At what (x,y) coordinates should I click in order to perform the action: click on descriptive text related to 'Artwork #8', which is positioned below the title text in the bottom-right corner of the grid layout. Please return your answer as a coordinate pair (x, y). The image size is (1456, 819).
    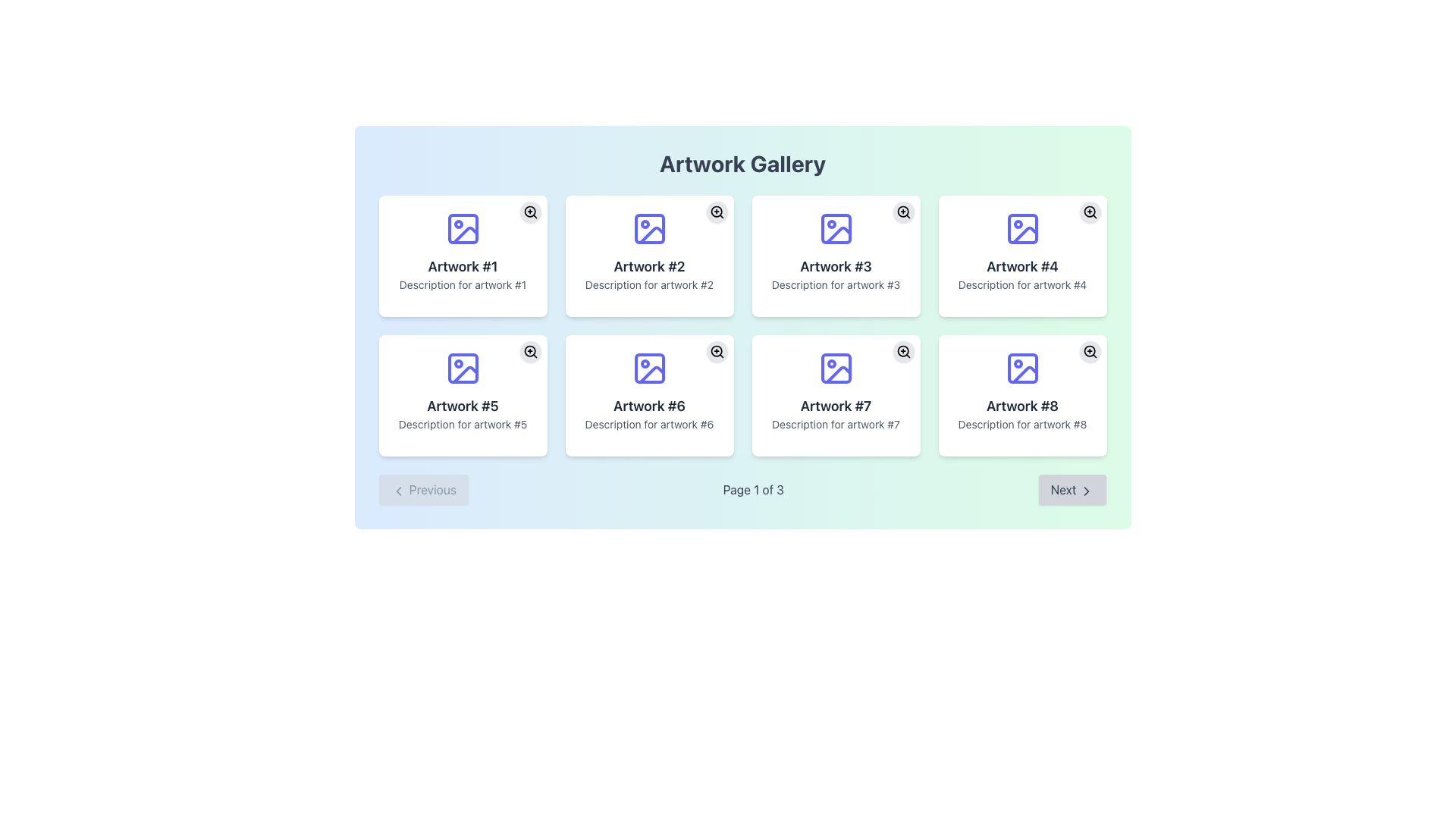
    Looking at the image, I should click on (1022, 424).